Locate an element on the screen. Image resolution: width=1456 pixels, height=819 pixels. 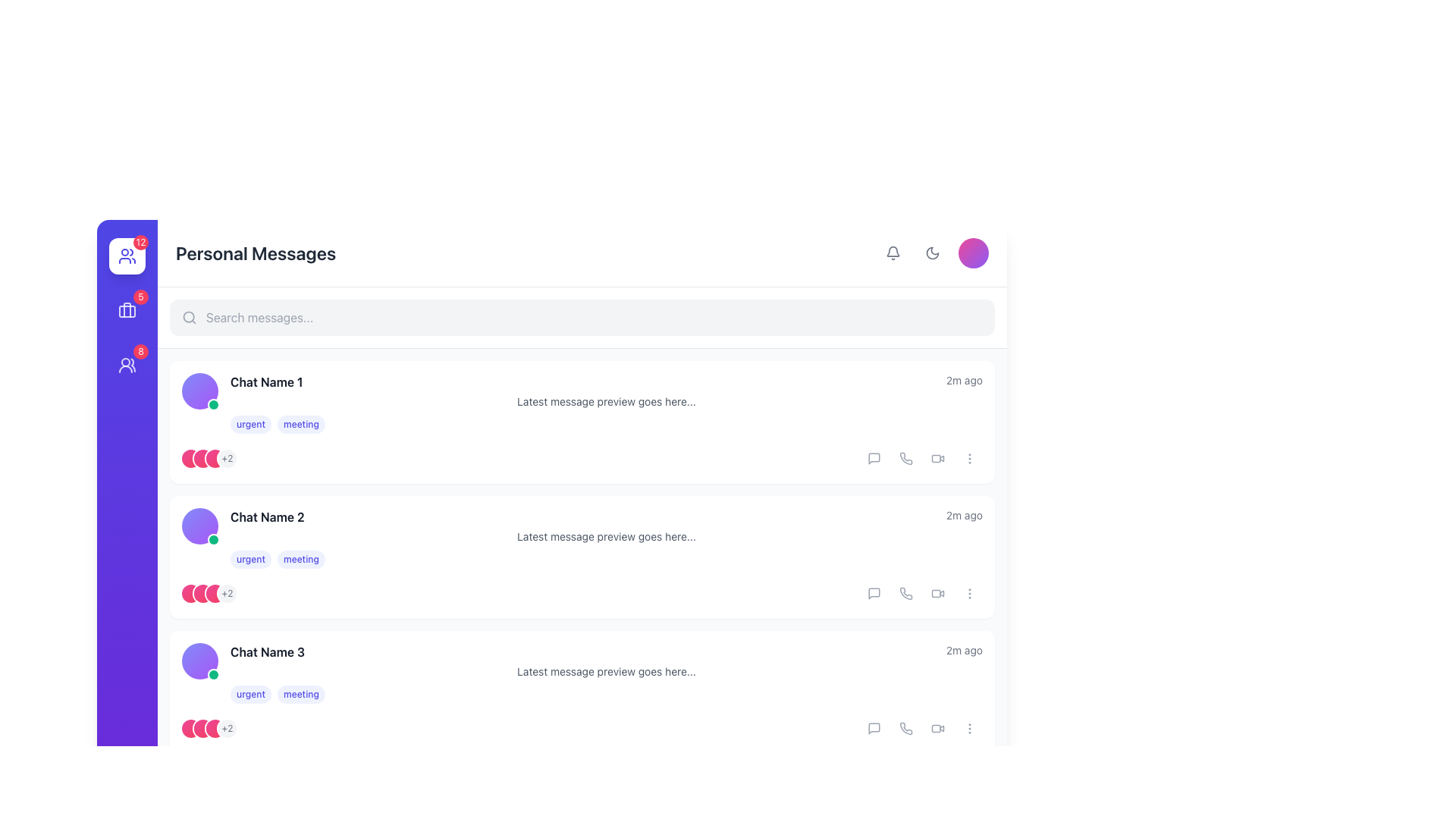
the phone icon with a gray stroke located within the third chat entry is located at coordinates (906, 593).